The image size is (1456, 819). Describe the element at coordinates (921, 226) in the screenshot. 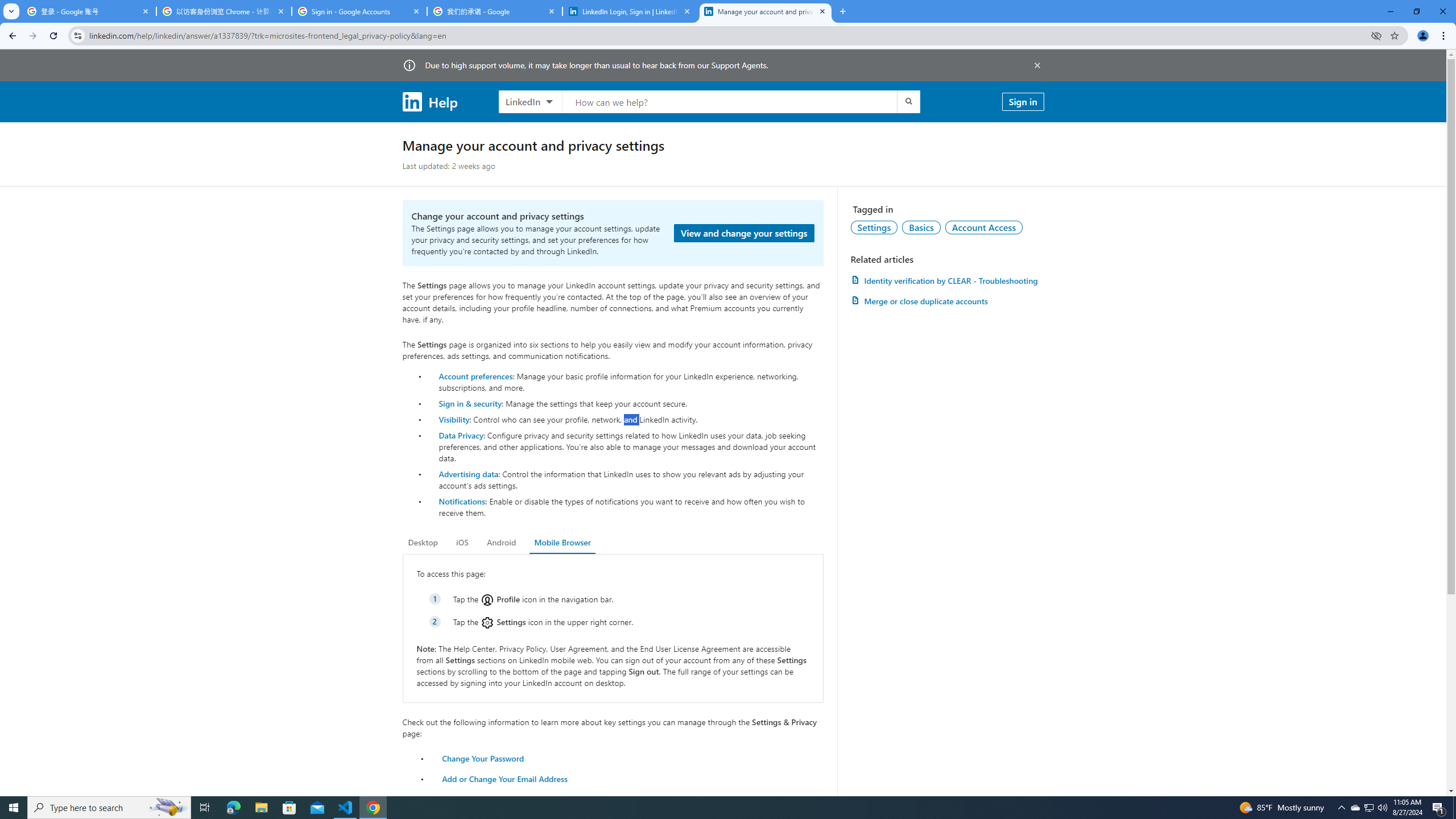

I see `'Basics'` at that location.